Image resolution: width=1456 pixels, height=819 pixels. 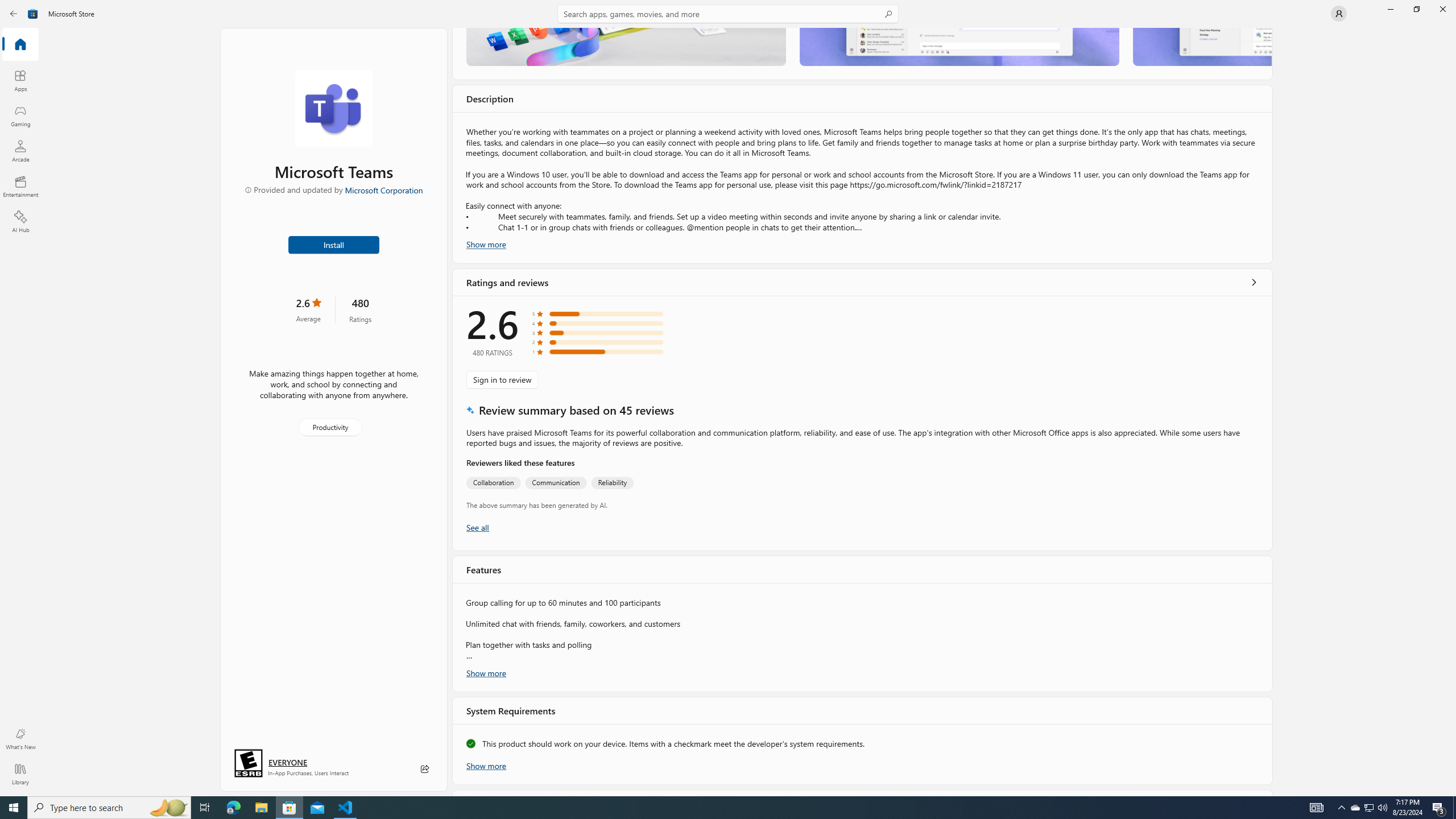 I want to click on 'Search', so click(x=728, y=13).